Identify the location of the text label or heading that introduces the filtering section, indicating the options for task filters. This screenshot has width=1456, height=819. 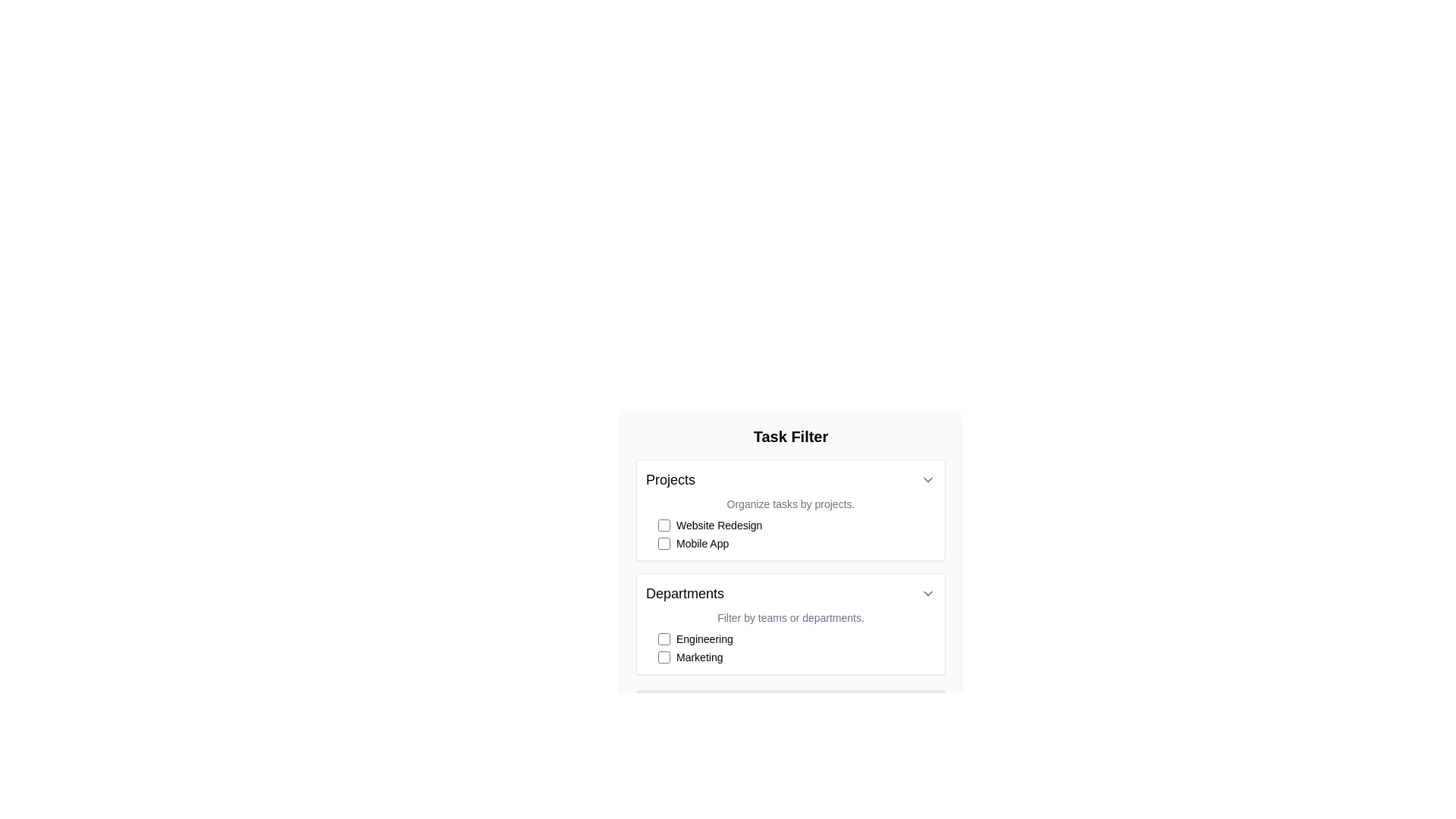
(789, 436).